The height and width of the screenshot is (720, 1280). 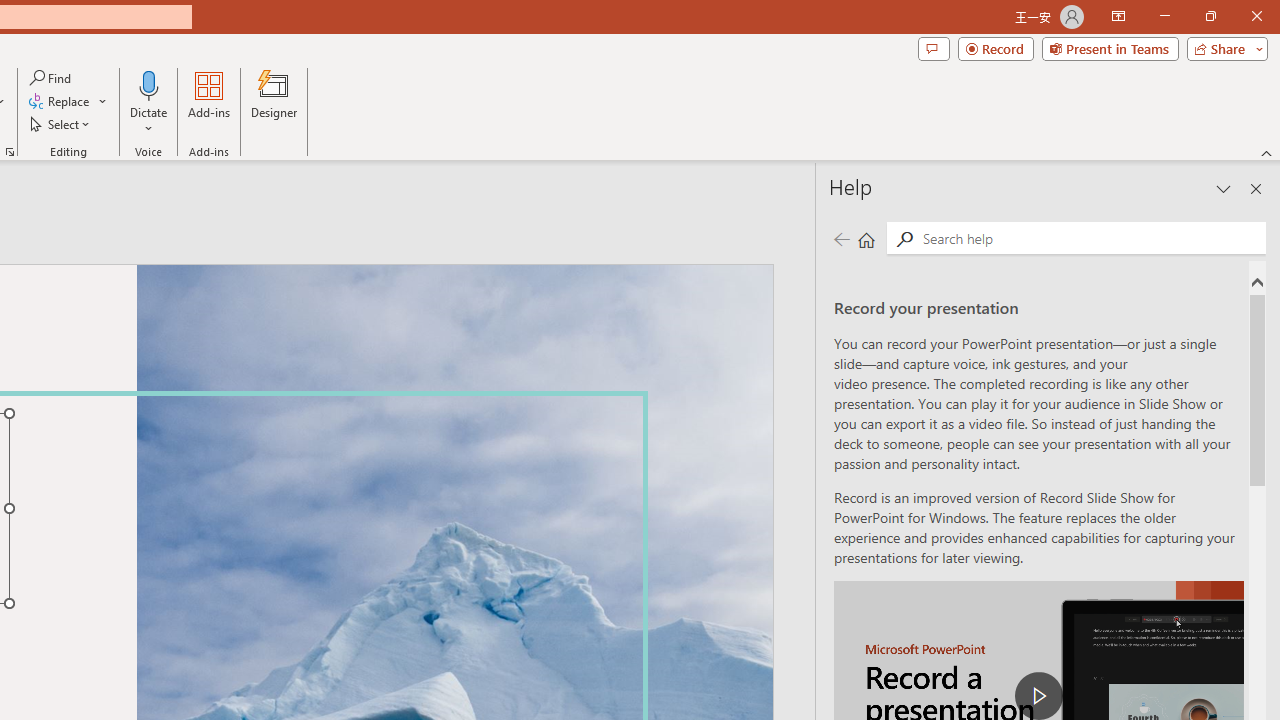 What do you see at coordinates (841, 238) in the screenshot?
I see `'Previous page'` at bounding box center [841, 238].